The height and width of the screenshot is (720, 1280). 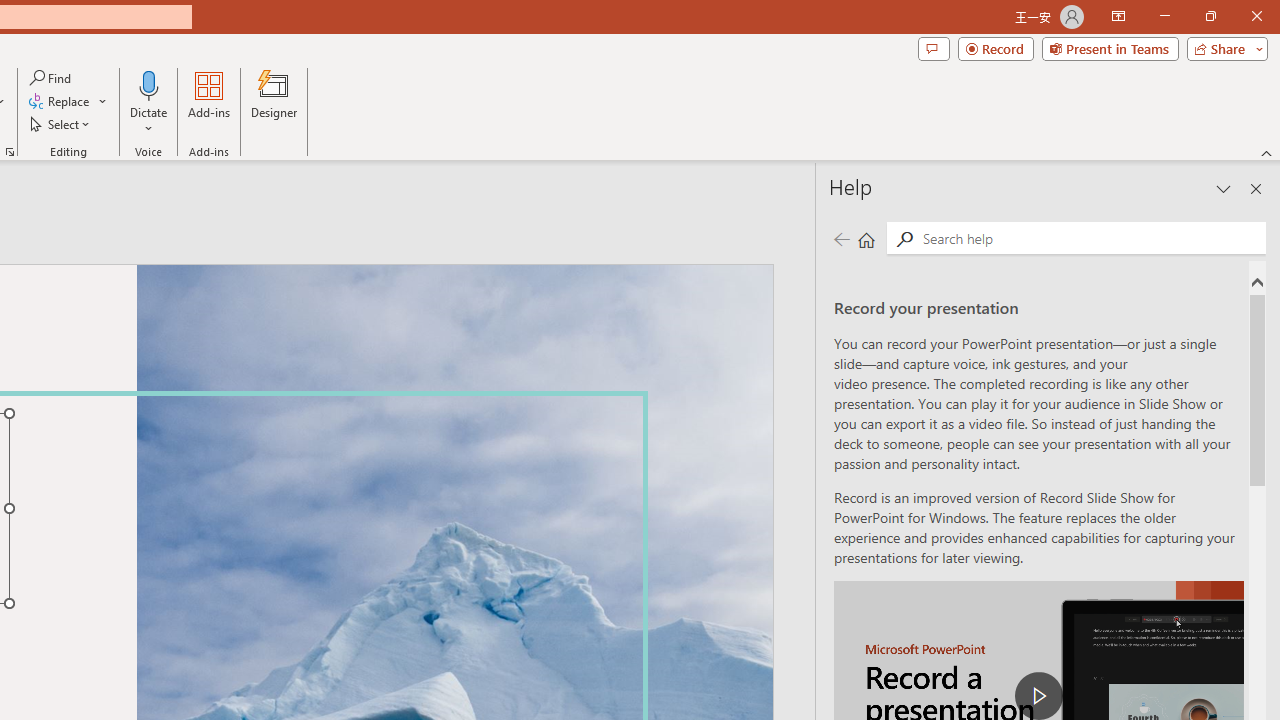 What do you see at coordinates (841, 238) in the screenshot?
I see `'Previous page'` at bounding box center [841, 238].